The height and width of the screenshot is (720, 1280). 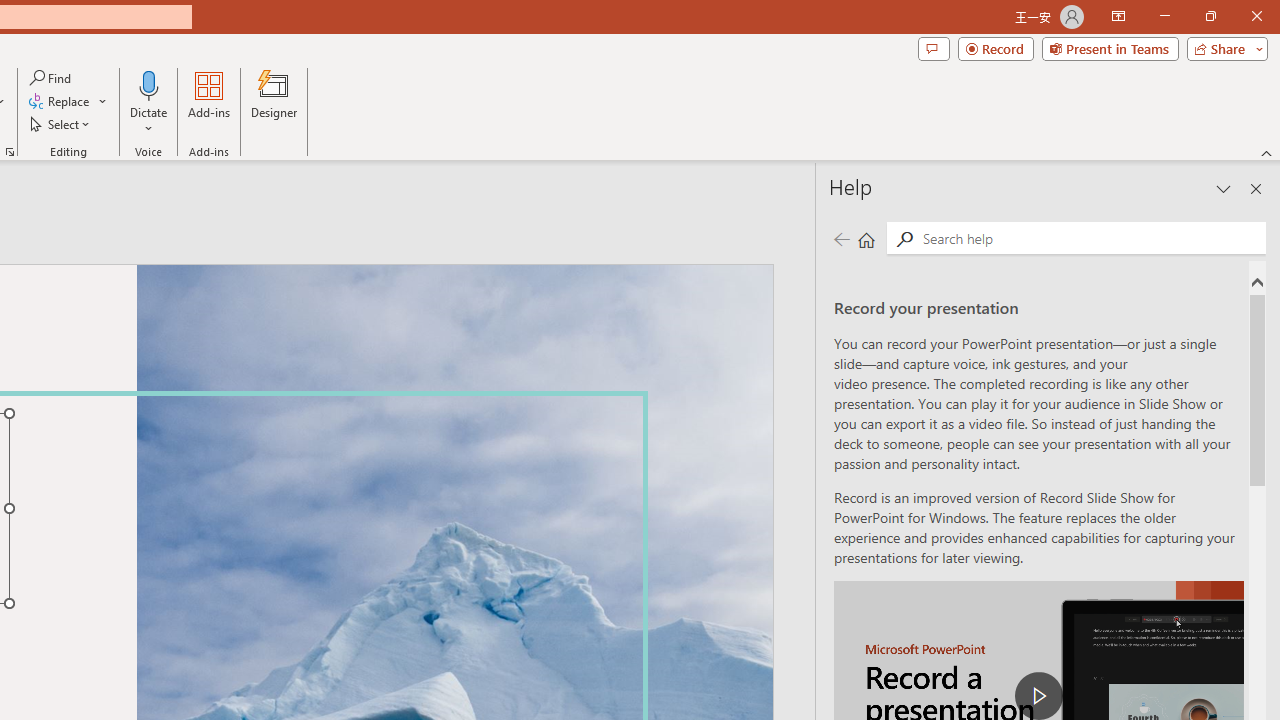 What do you see at coordinates (841, 238) in the screenshot?
I see `'Previous page'` at bounding box center [841, 238].